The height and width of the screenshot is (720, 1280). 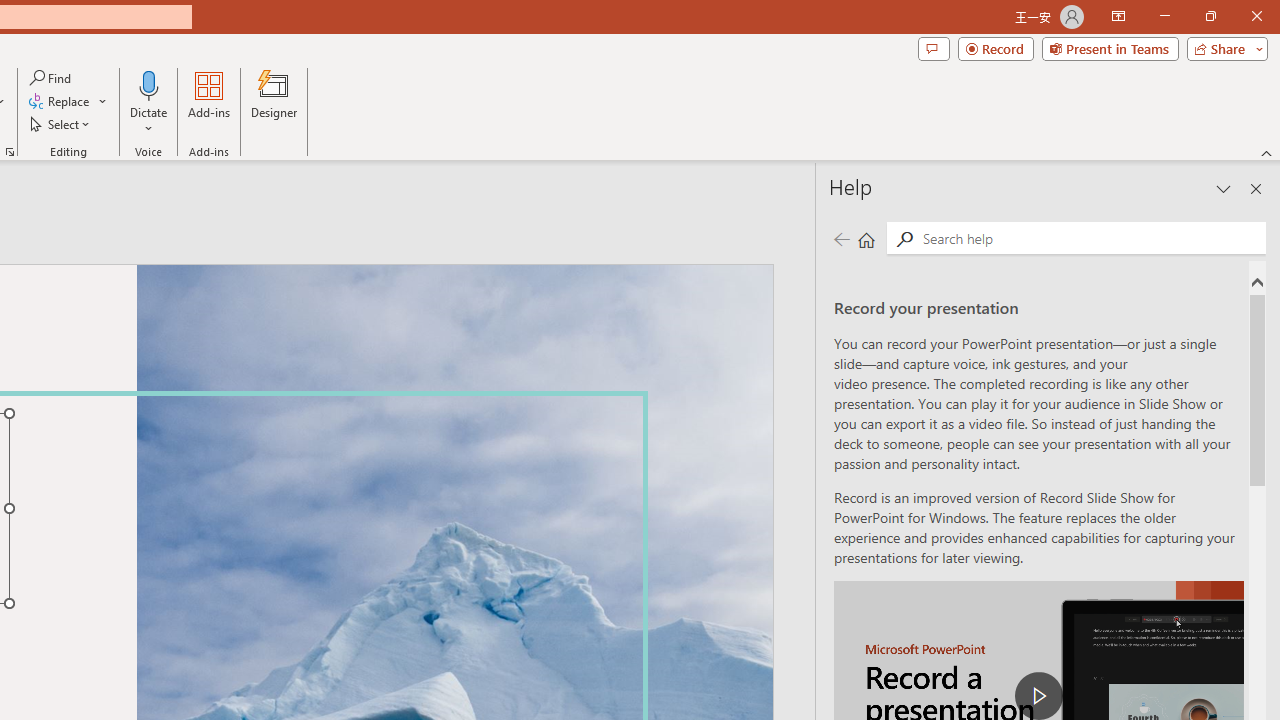 What do you see at coordinates (841, 238) in the screenshot?
I see `'Previous page'` at bounding box center [841, 238].